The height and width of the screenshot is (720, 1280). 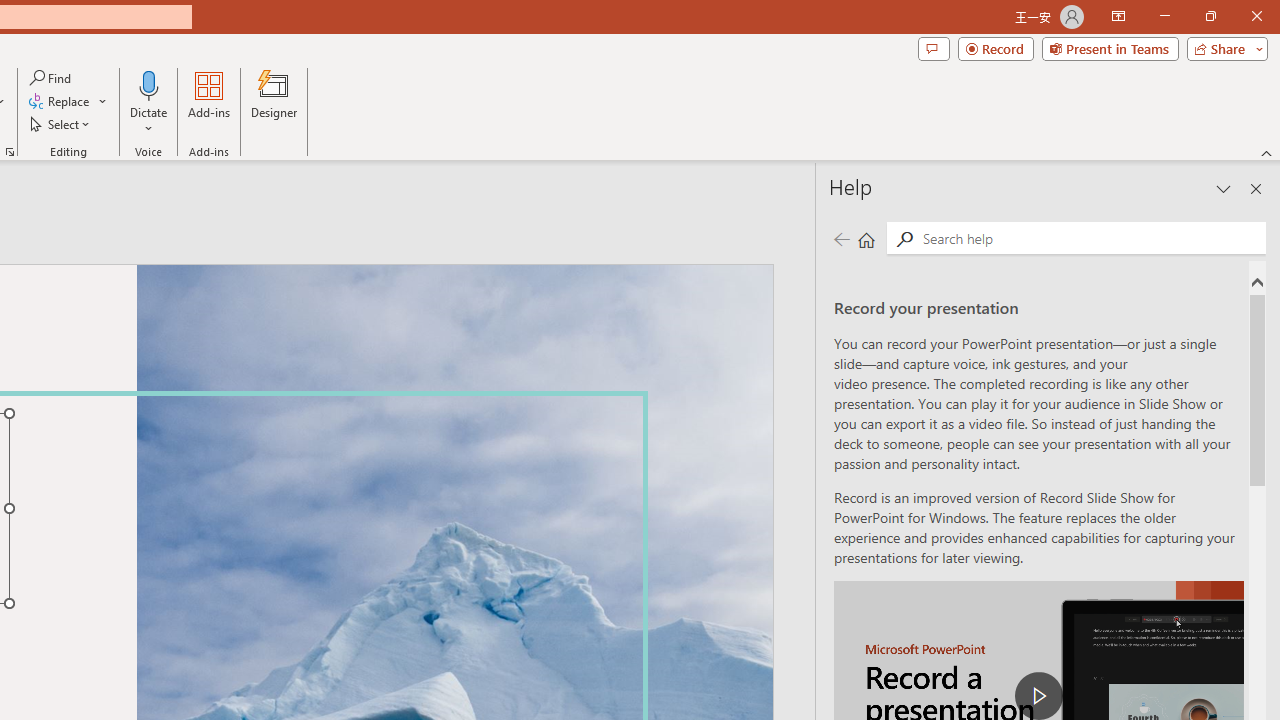 What do you see at coordinates (841, 238) in the screenshot?
I see `'Previous page'` at bounding box center [841, 238].